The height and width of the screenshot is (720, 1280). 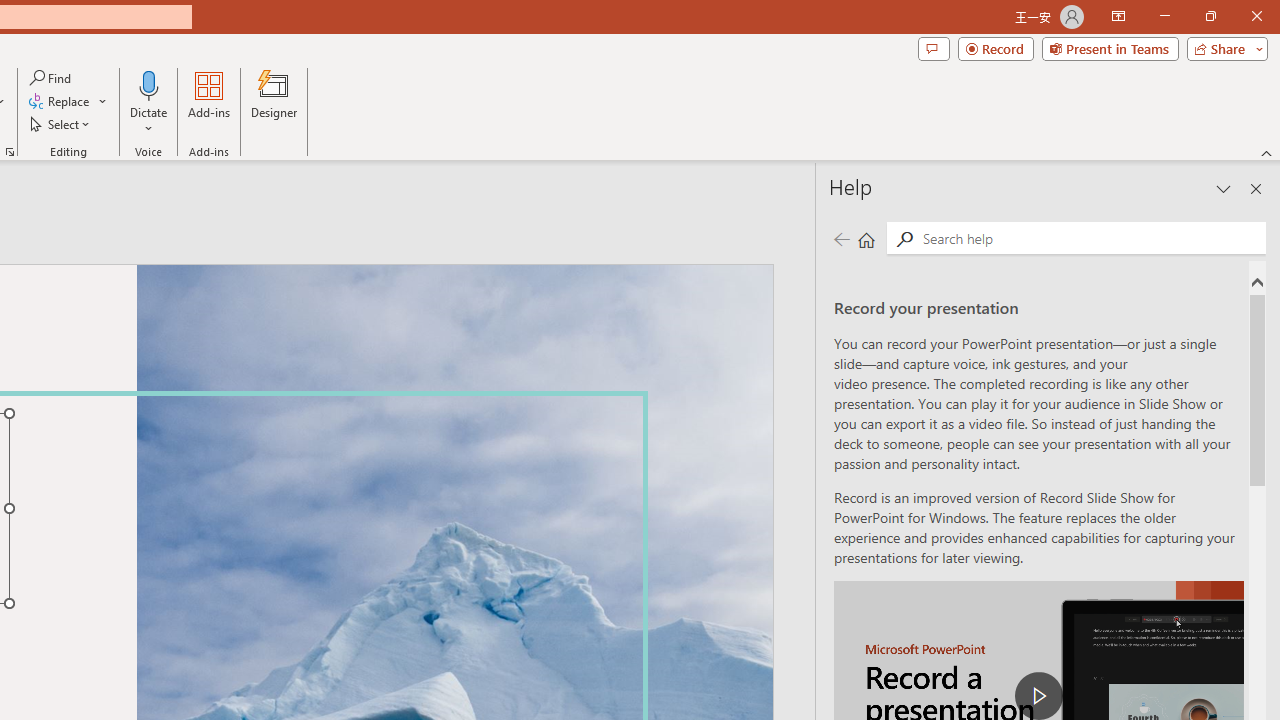 What do you see at coordinates (841, 238) in the screenshot?
I see `'Previous page'` at bounding box center [841, 238].